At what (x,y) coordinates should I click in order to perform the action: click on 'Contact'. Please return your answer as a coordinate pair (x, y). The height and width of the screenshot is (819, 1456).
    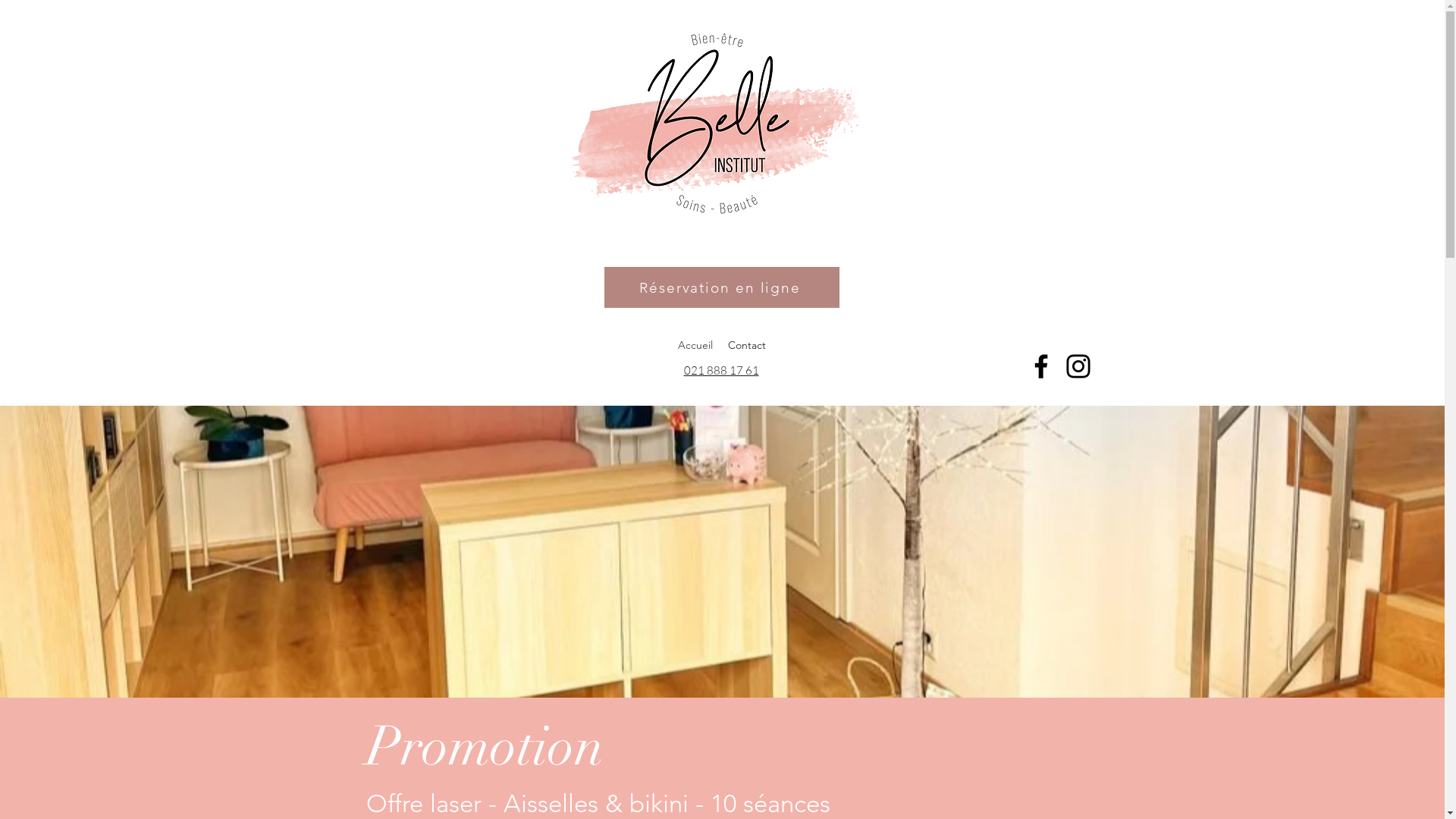
    Looking at the image, I should click on (746, 345).